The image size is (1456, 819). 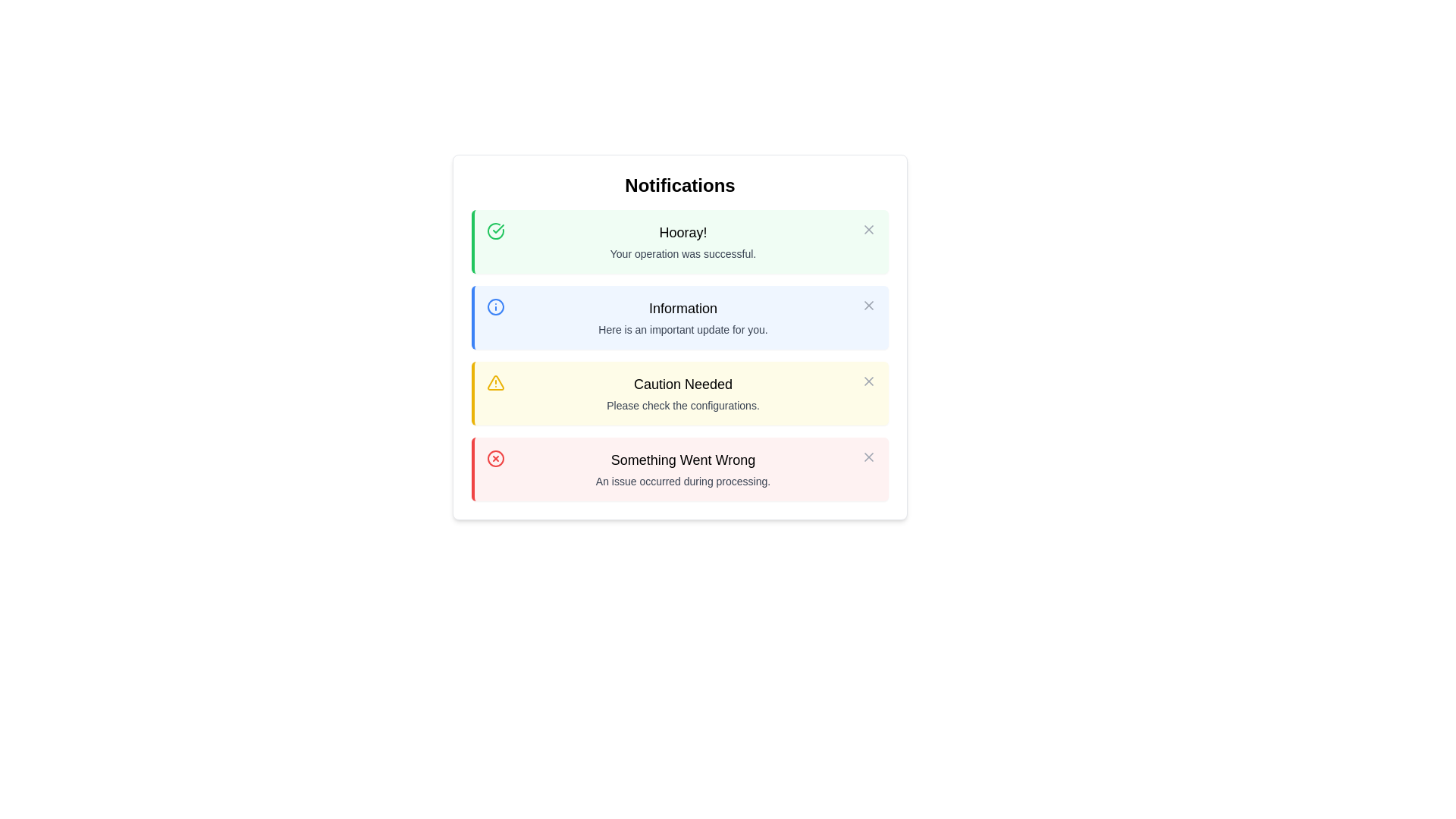 What do you see at coordinates (682, 459) in the screenshot?
I see `the notification heading that summarizes the error state, positioned at the bottom-most notification card, above the descriptive text and below the error icon` at bounding box center [682, 459].